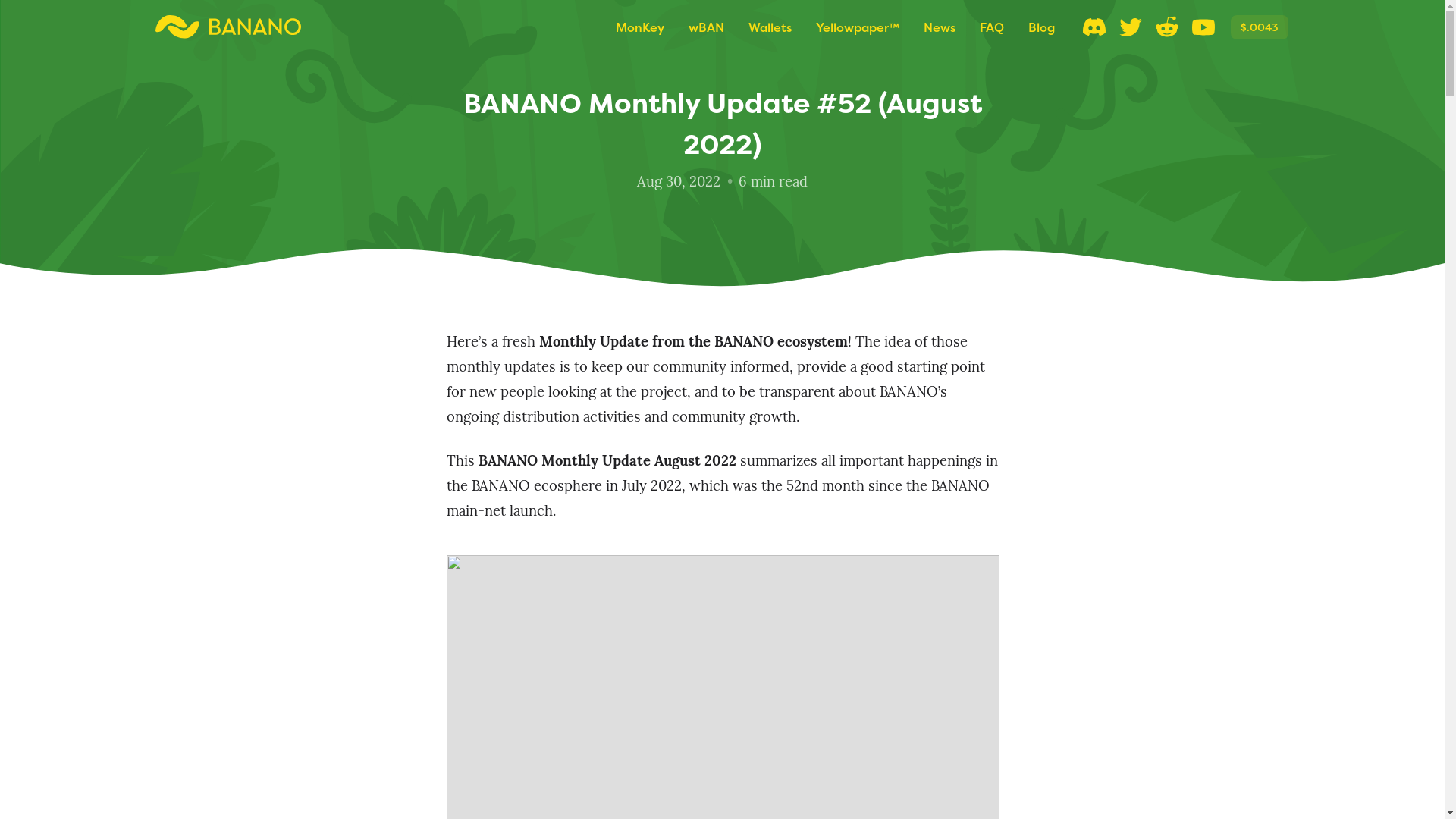 This screenshot has height=819, width=1456. Describe the element at coordinates (1040, 27) in the screenshot. I see `'Blog'` at that location.